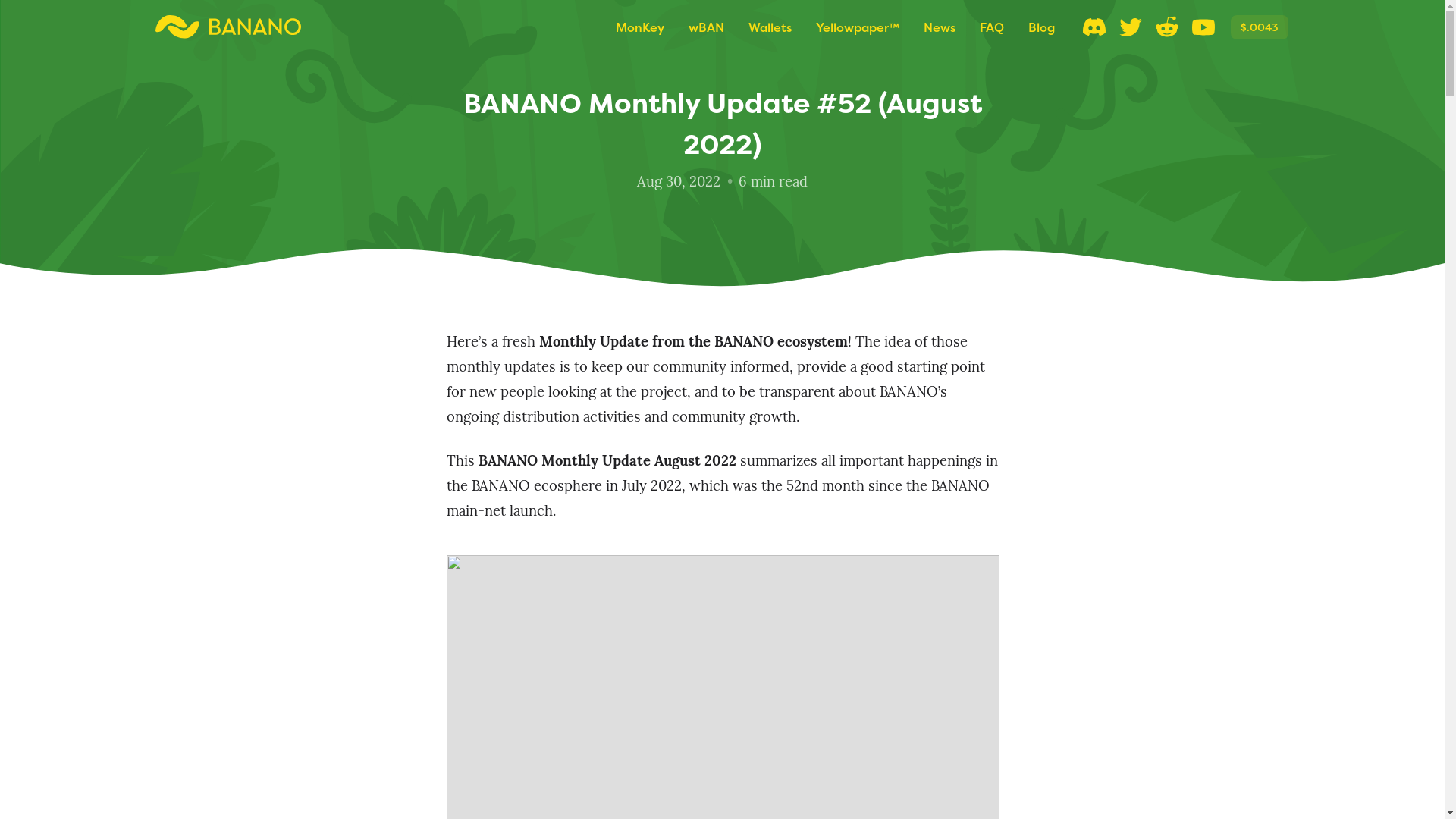 This screenshot has height=819, width=1456. Describe the element at coordinates (1040, 27) in the screenshot. I see `'Blog'` at that location.